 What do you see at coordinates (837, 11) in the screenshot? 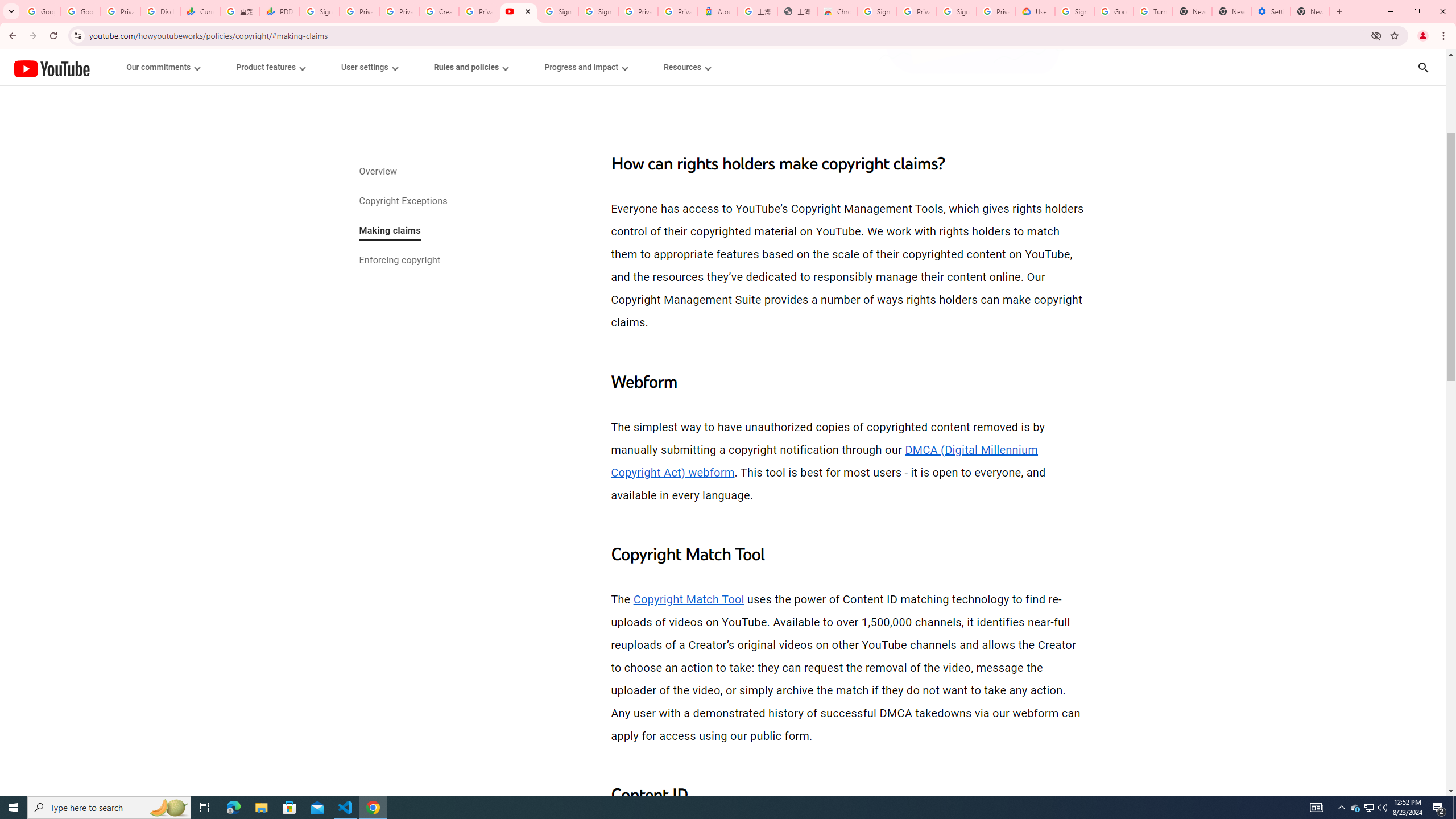
I see `'Chrome Web Store - Color themes by Chrome'` at bounding box center [837, 11].